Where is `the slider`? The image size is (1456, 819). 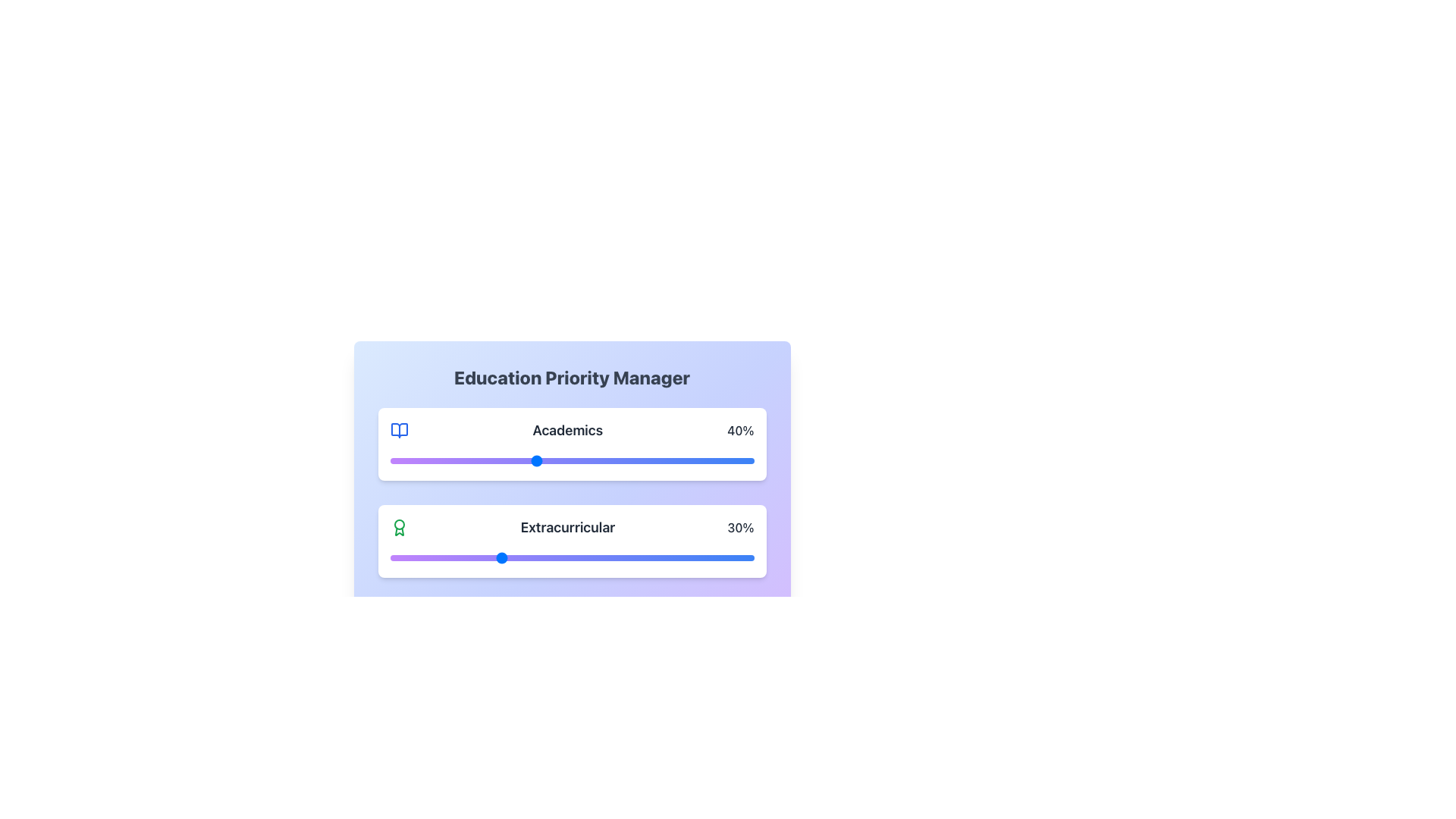
the slider is located at coordinates (585, 558).